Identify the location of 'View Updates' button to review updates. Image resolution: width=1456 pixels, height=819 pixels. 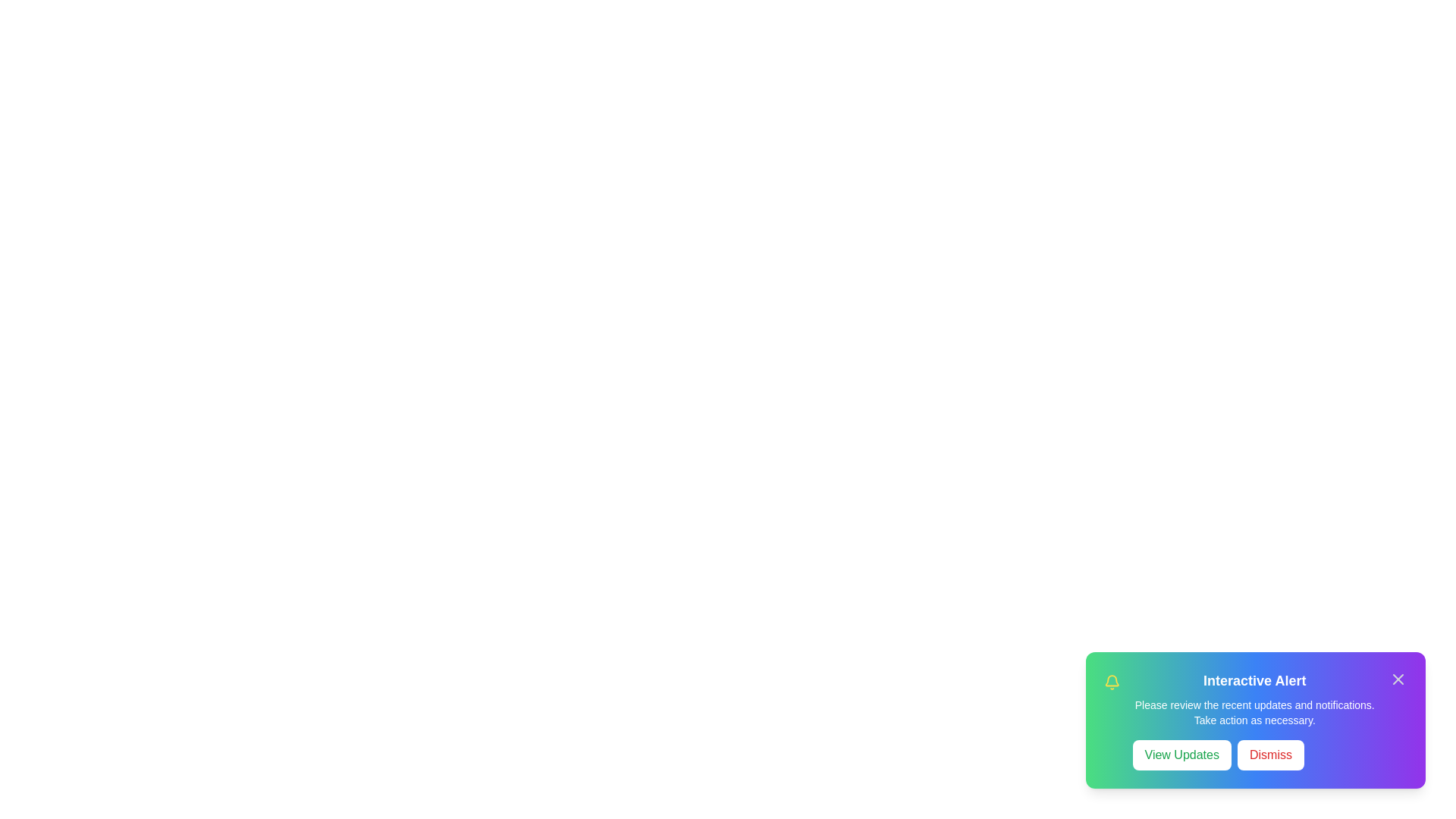
(1181, 755).